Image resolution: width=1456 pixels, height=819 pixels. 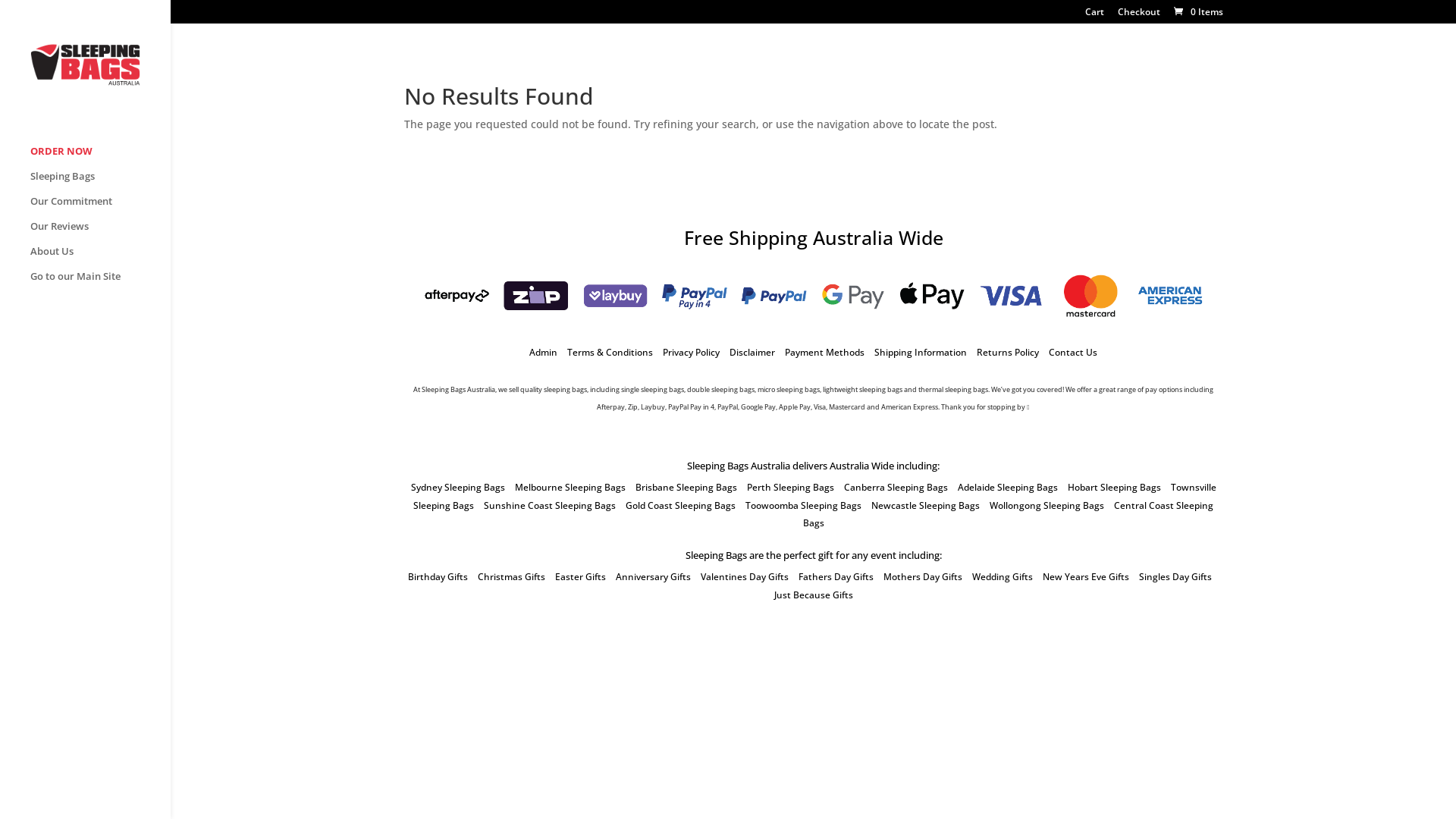 What do you see at coordinates (99, 257) in the screenshot?
I see `'About Us'` at bounding box center [99, 257].